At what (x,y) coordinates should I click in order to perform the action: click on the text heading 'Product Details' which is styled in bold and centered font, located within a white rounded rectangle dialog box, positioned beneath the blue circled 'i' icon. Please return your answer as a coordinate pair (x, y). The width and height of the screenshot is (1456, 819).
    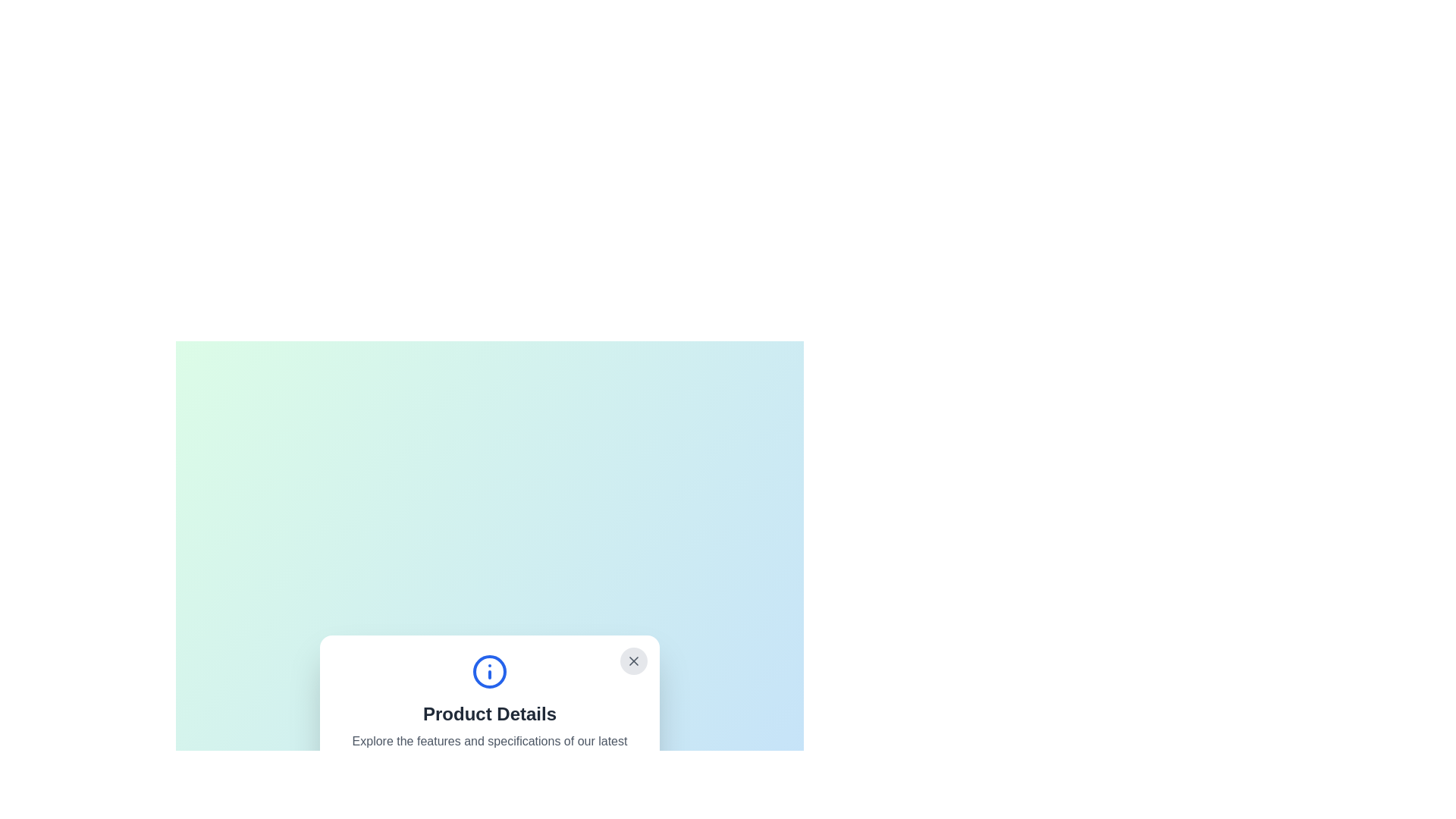
    Looking at the image, I should click on (490, 714).